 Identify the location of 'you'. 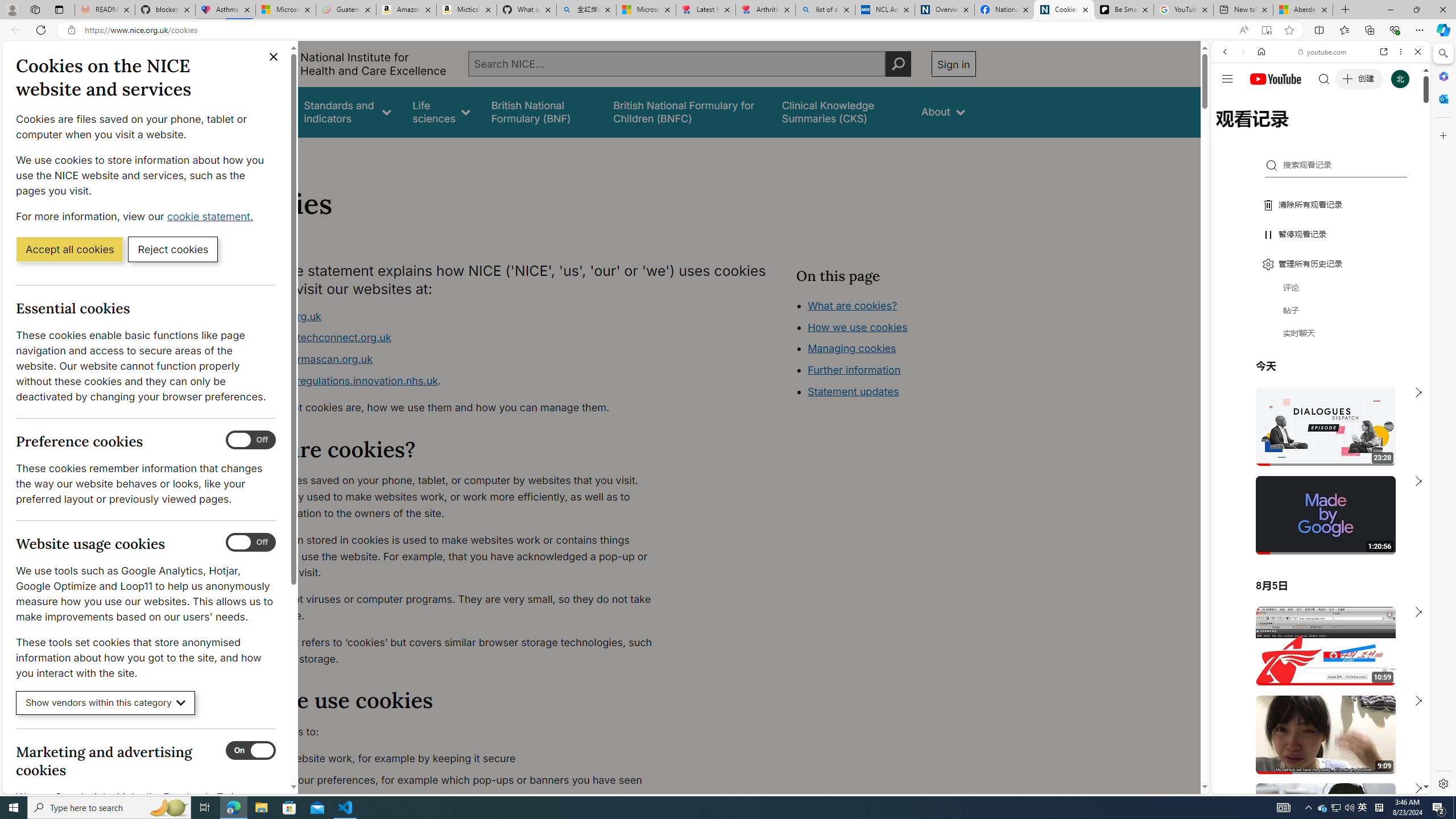
(1316, 755).